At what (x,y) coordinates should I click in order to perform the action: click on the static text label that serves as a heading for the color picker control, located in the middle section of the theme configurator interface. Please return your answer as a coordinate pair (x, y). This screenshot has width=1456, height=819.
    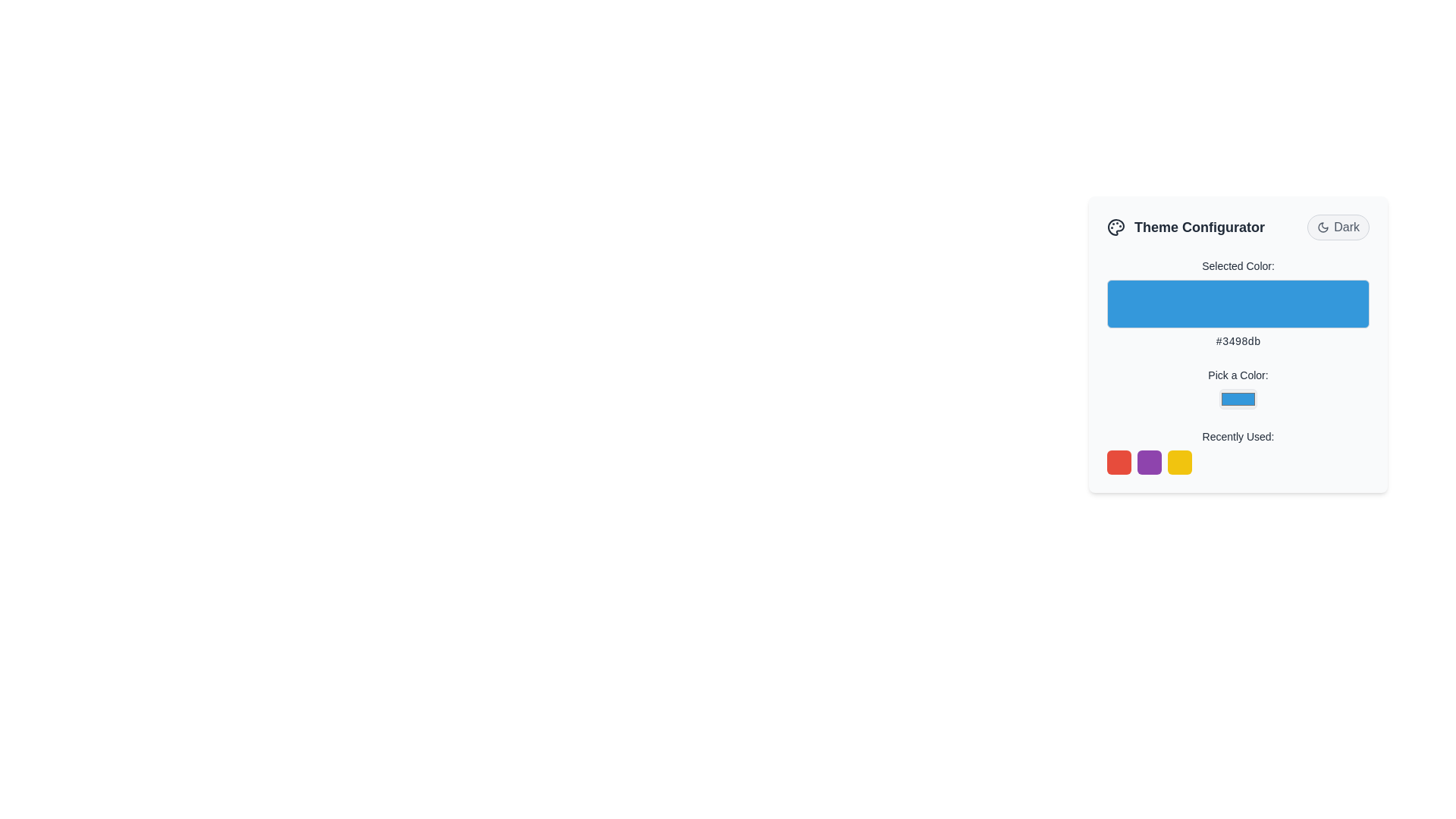
    Looking at the image, I should click on (1238, 375).